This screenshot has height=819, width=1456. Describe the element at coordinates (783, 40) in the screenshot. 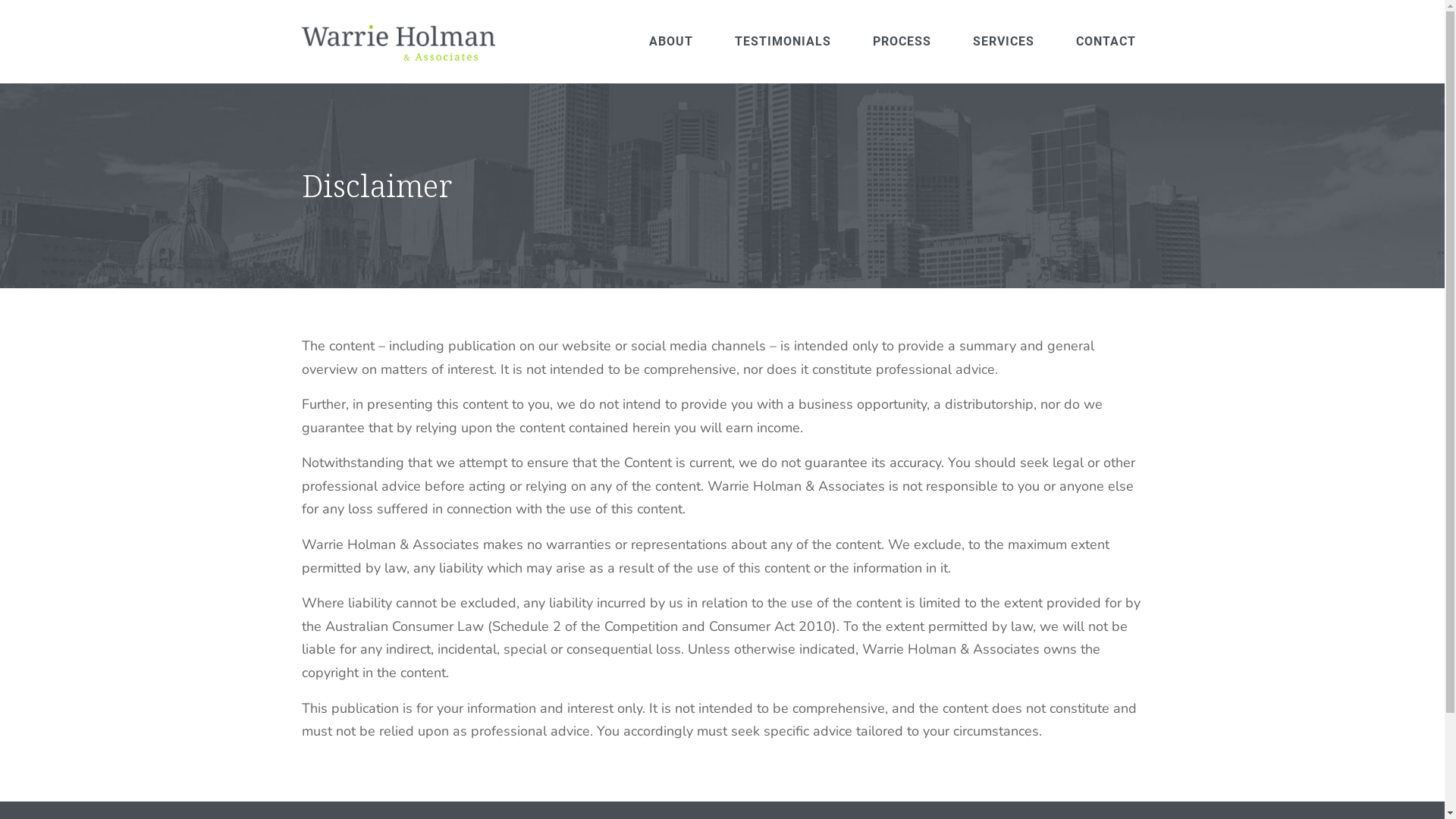

I see `'TESTIMONIALS'` at that location.